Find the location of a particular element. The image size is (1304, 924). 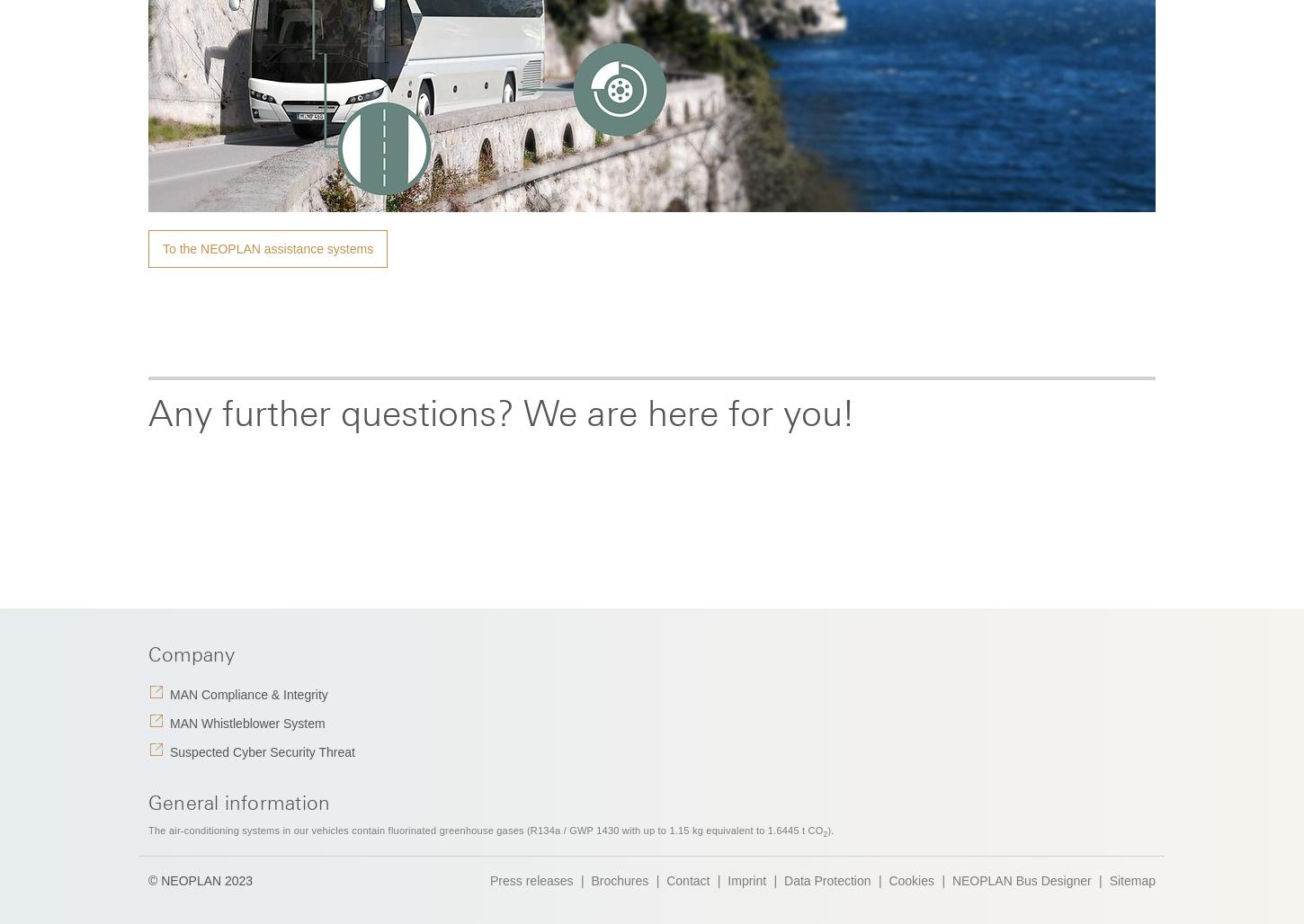

').' is located at coordinates (829, 830).